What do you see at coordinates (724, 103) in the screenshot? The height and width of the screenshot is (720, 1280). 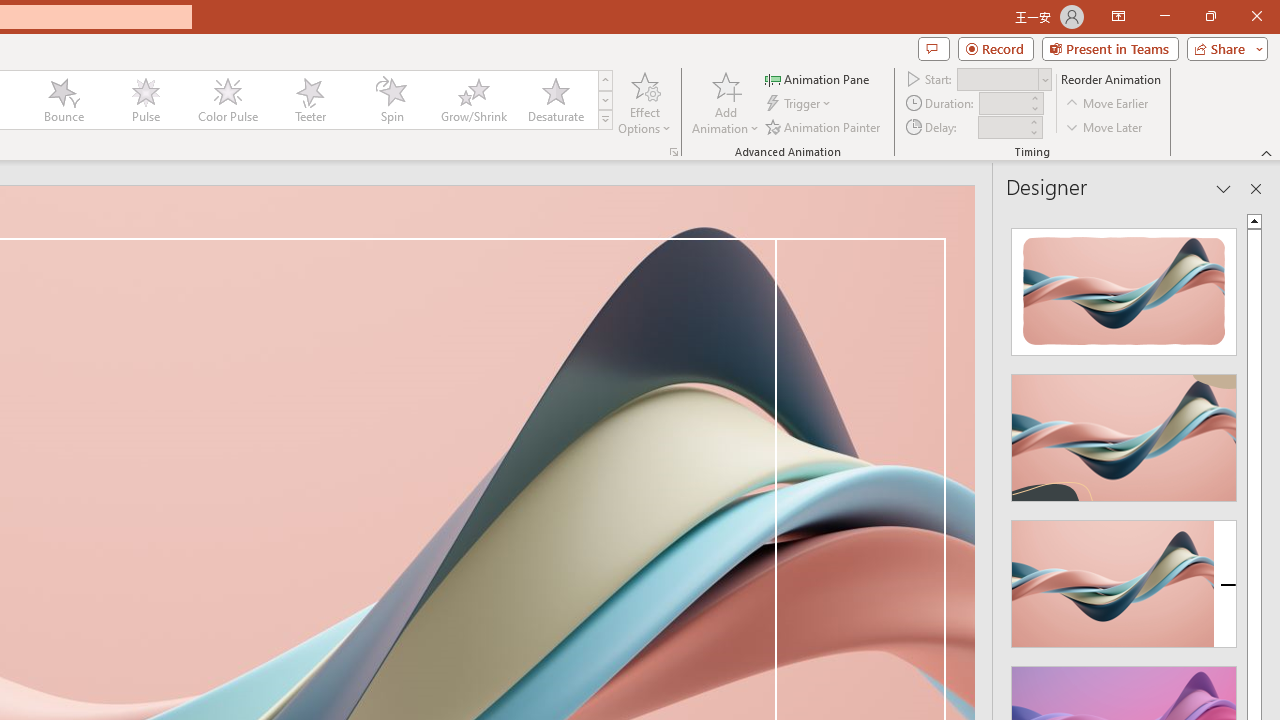 I see `'Add Animation'` at bounding box center [724, 103].